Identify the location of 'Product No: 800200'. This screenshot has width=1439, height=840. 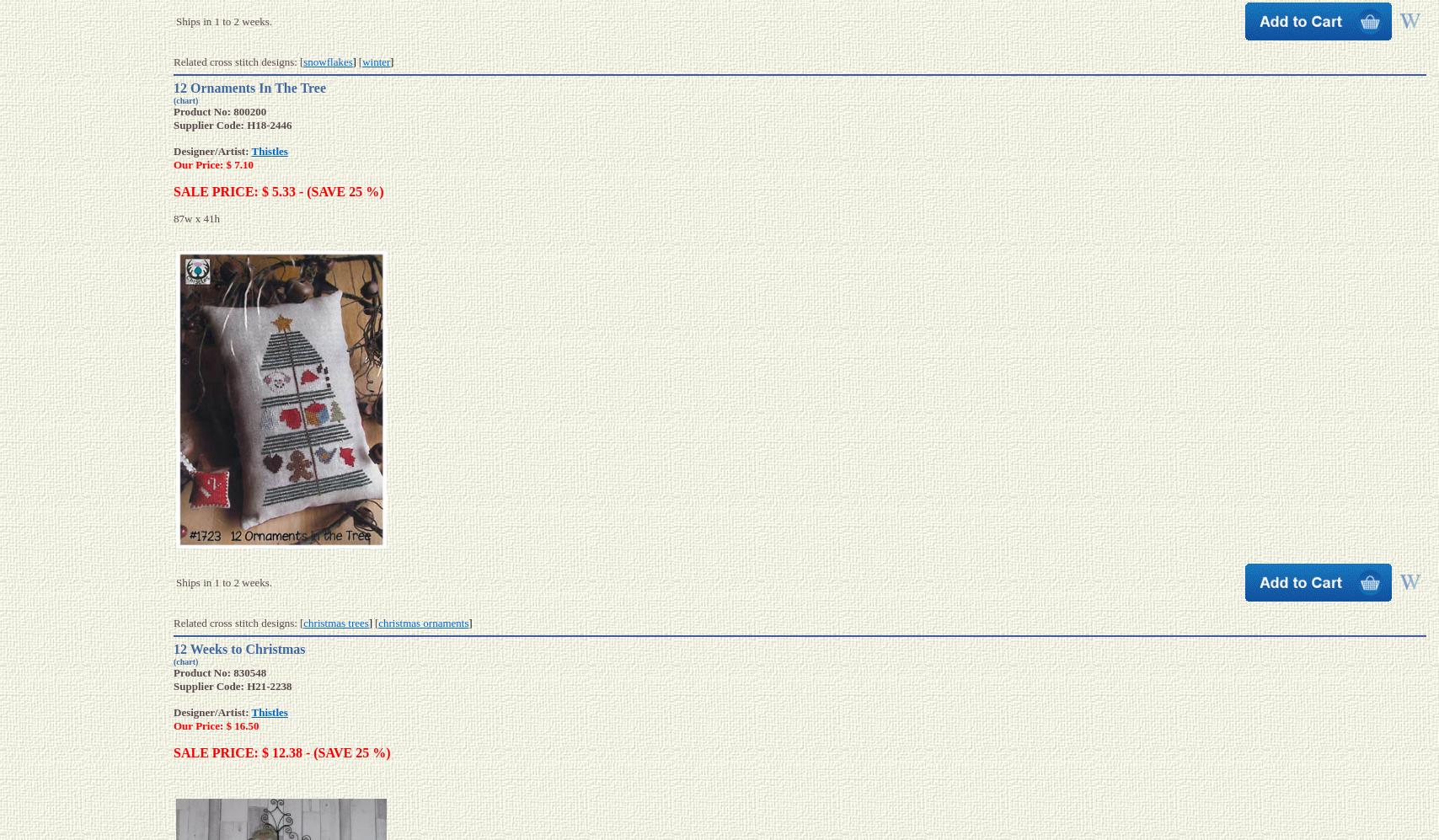
(219, 110).